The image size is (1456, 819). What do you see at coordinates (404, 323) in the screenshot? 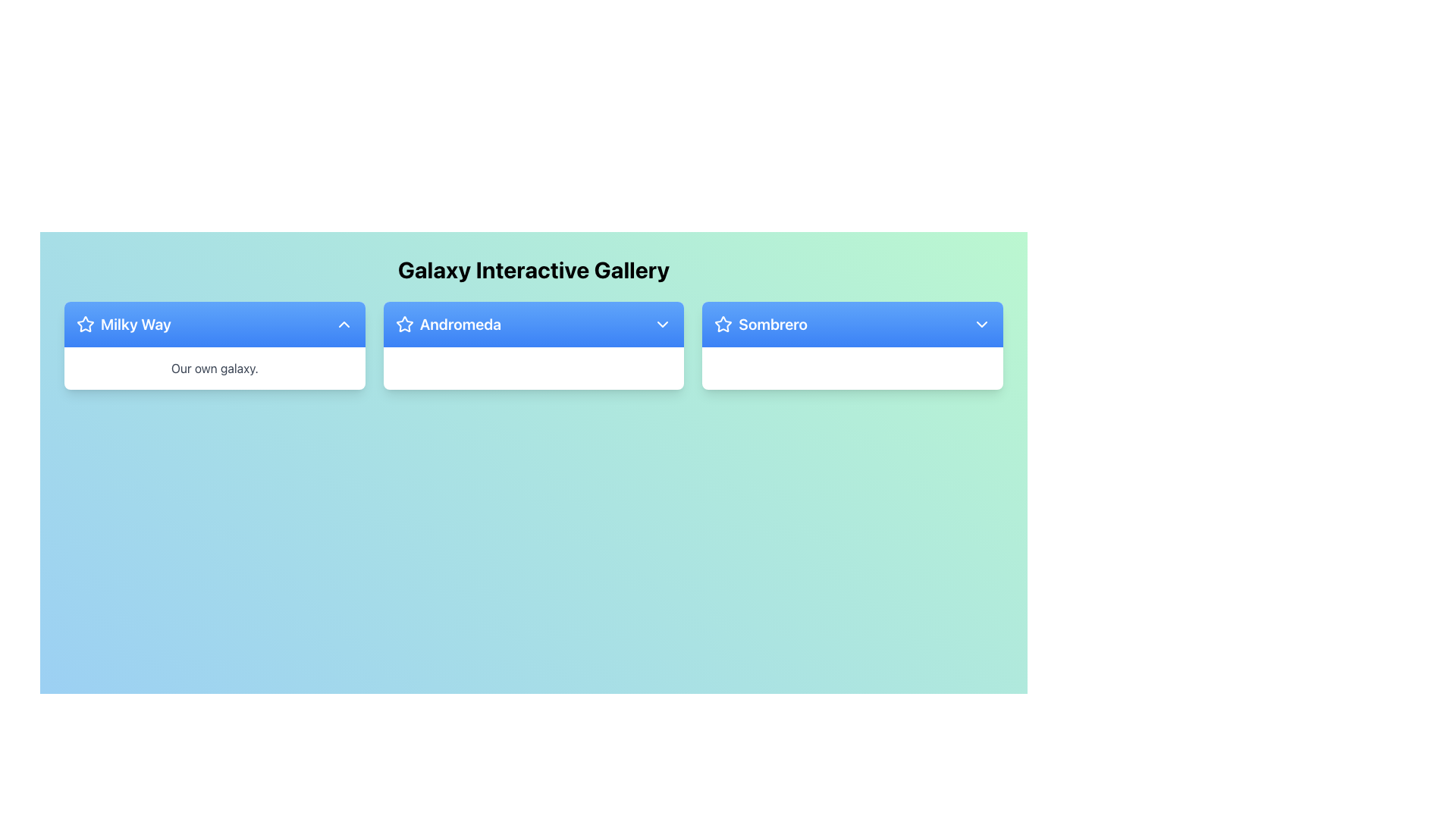
I see `the star icon within the blue button labeled 'Andromeda'` at bounding box center [404, 323].